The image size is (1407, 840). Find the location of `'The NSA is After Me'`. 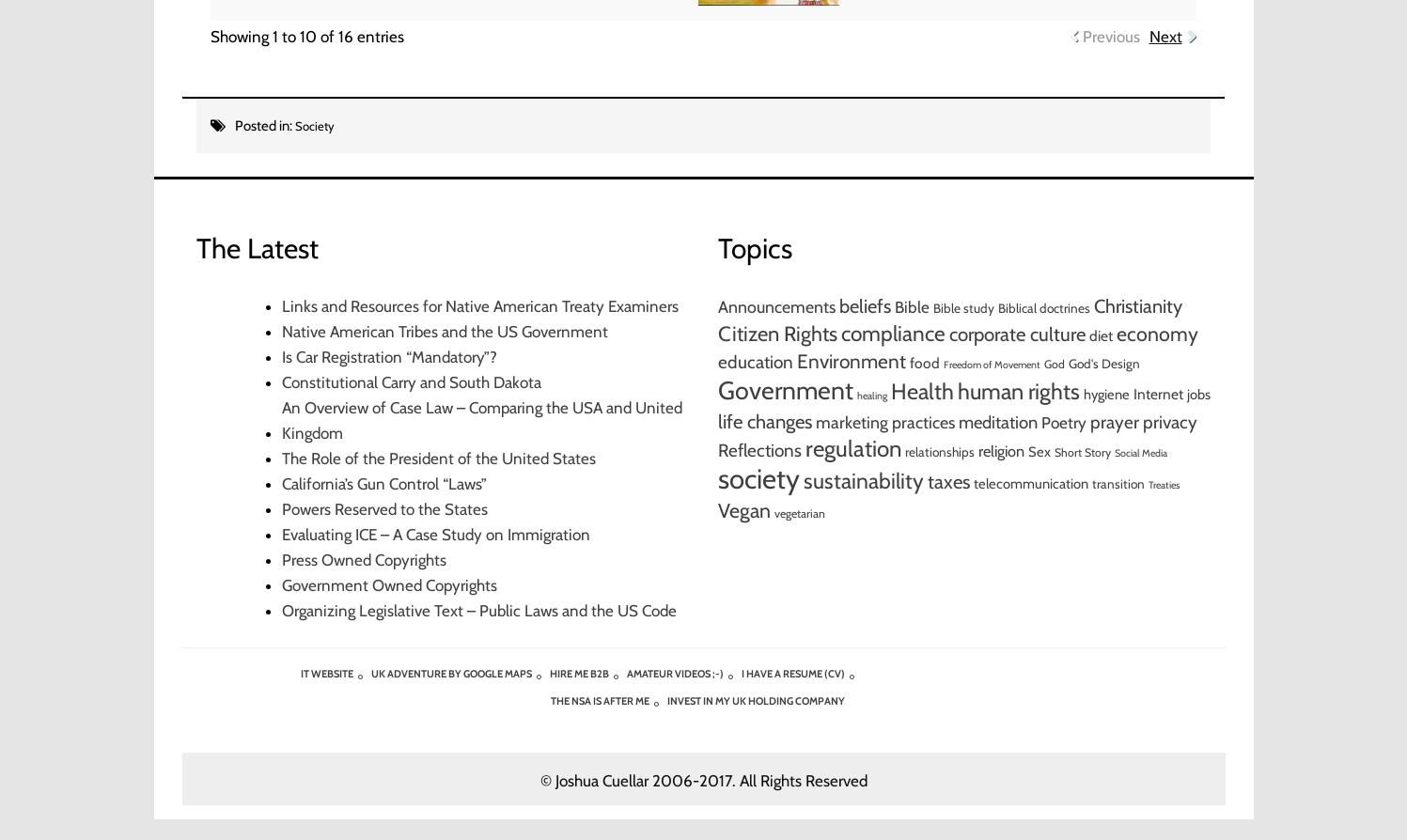

'The NSA is After Me' is located at coordinates (599, 700).